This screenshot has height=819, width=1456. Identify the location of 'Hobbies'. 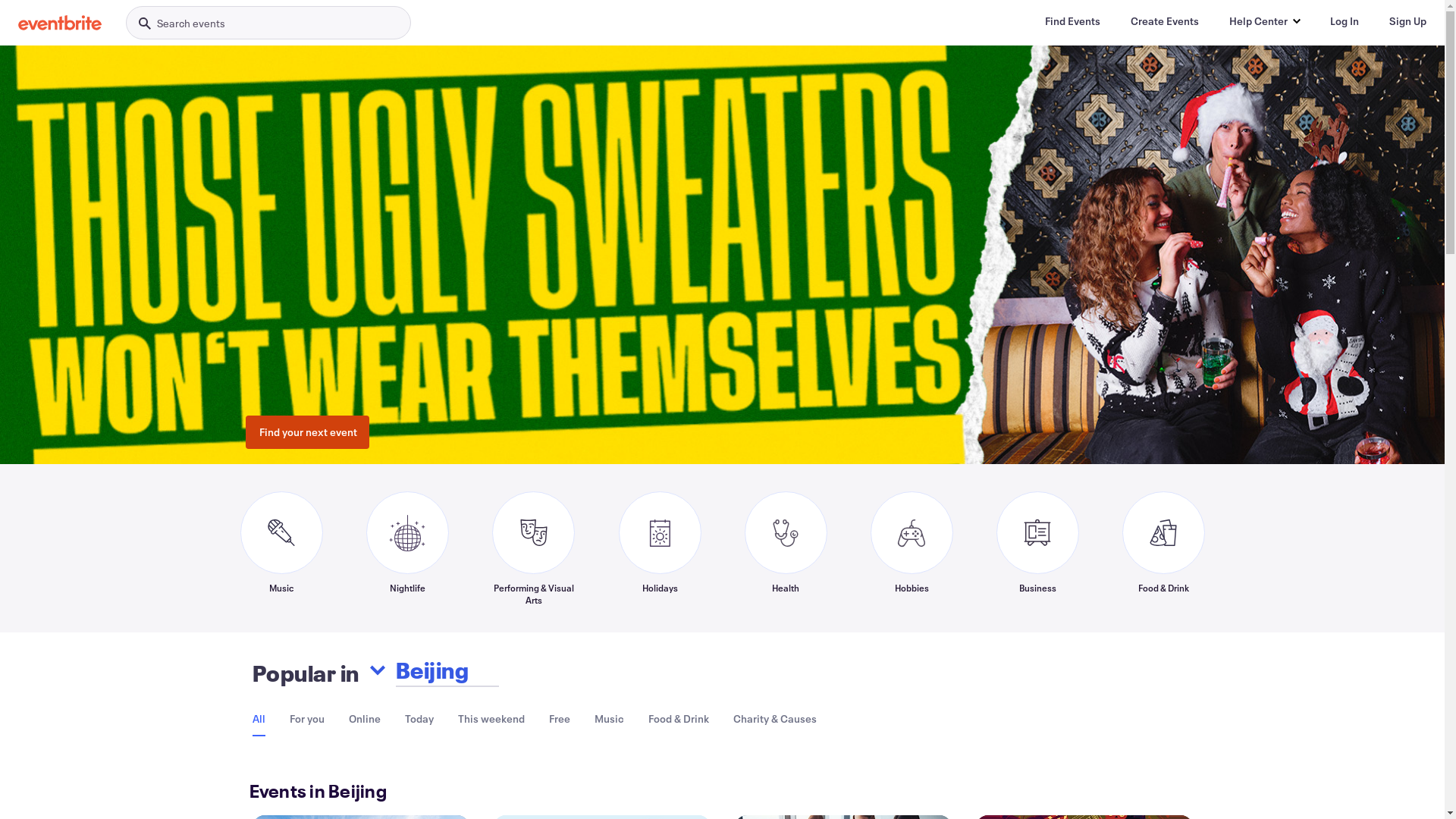
(911, 548).